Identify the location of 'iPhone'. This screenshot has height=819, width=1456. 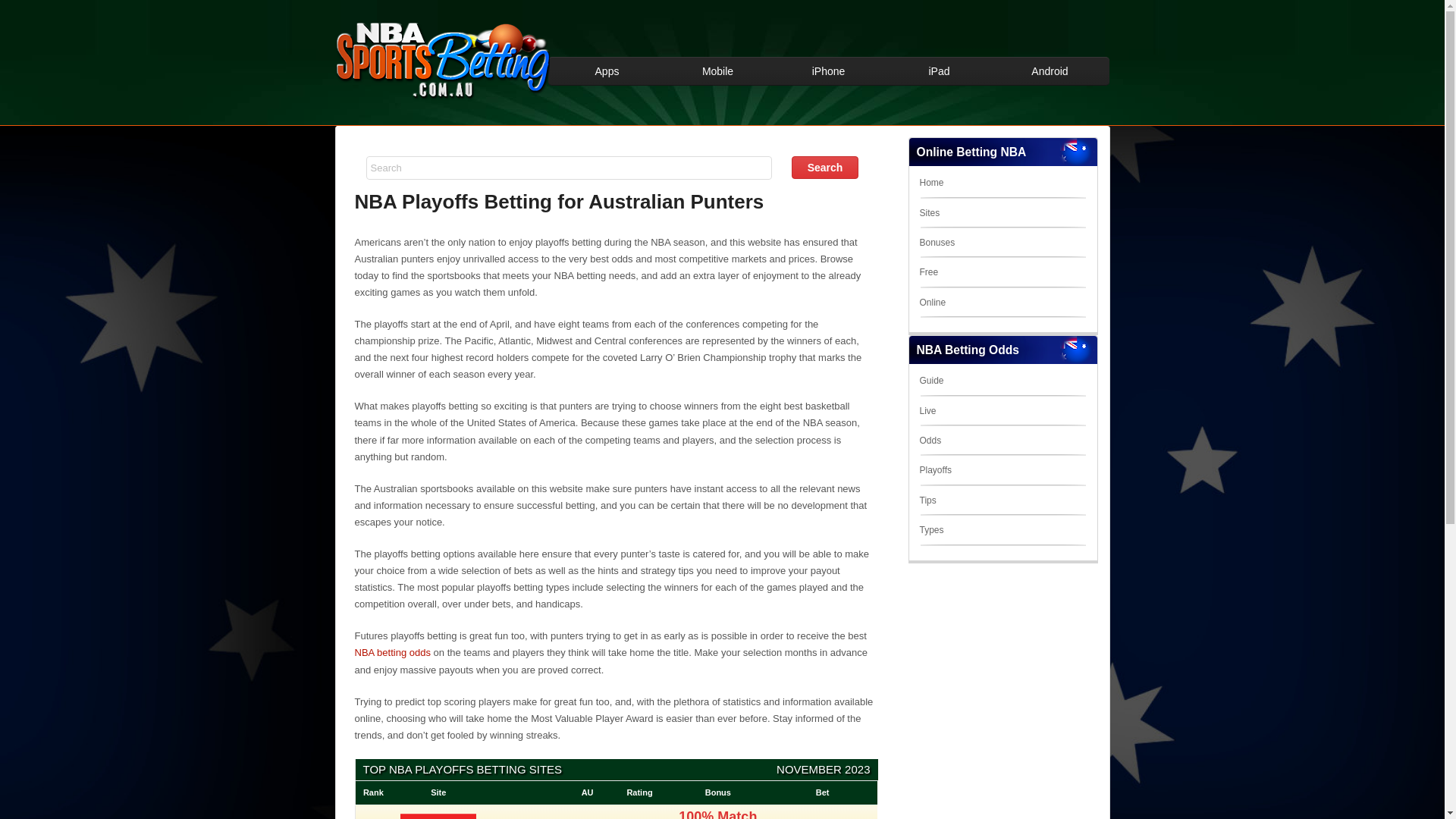
(828, 71).